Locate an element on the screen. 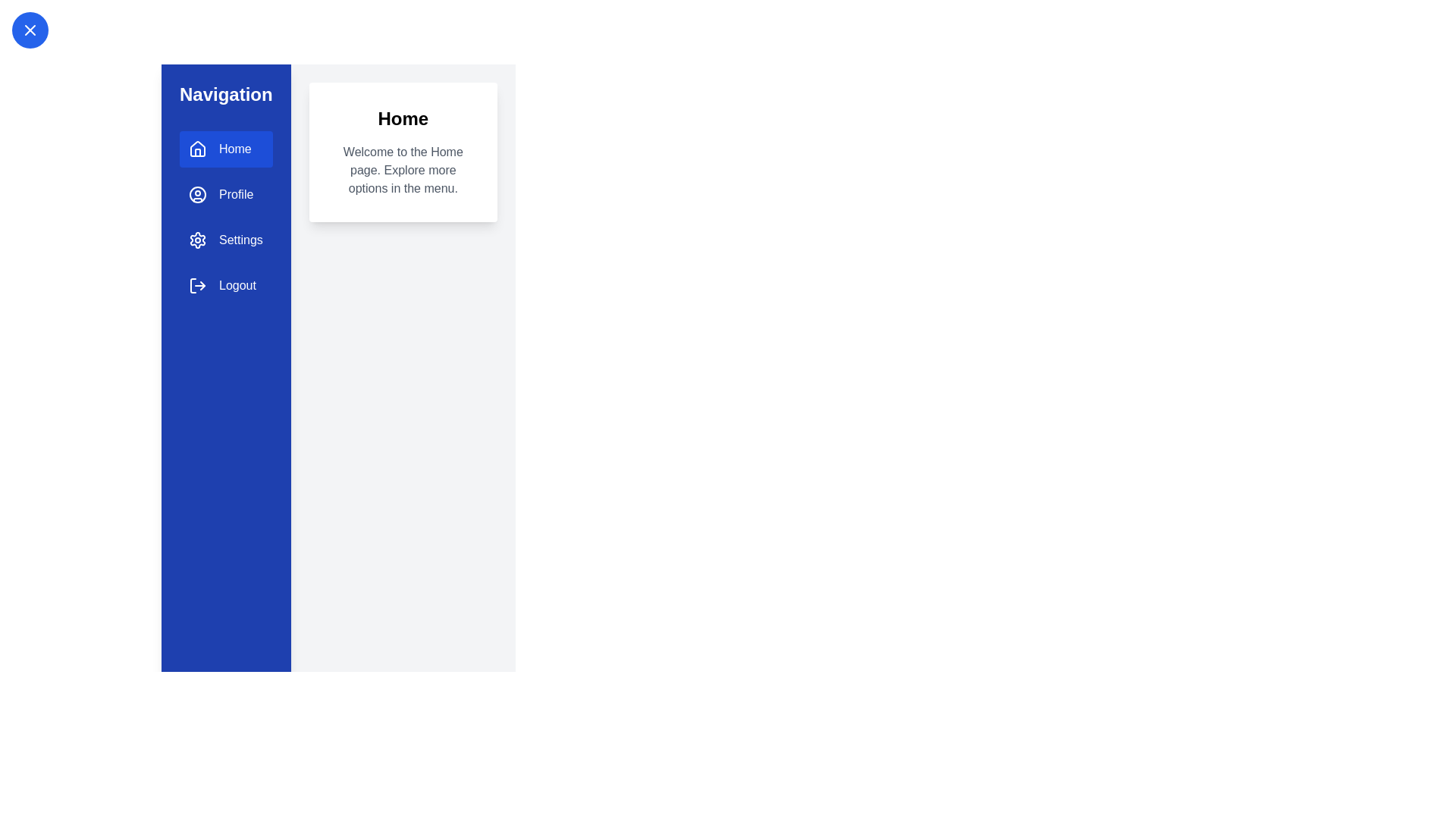  the navigation option Logout to trigger its visual effect is located at coordinates (224, 286).